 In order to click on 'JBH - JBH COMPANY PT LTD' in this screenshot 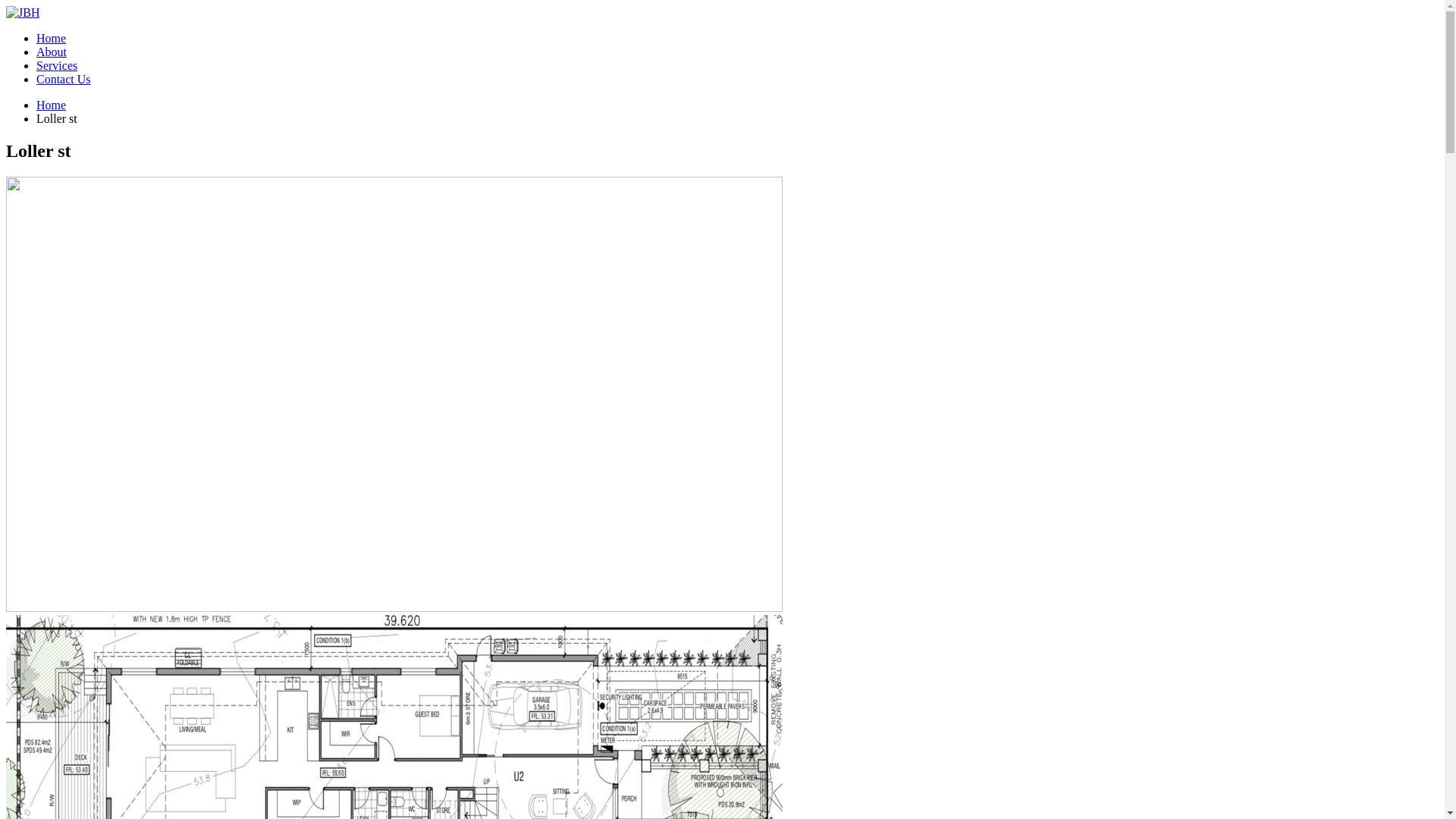, I will do `click(6, 12)`.